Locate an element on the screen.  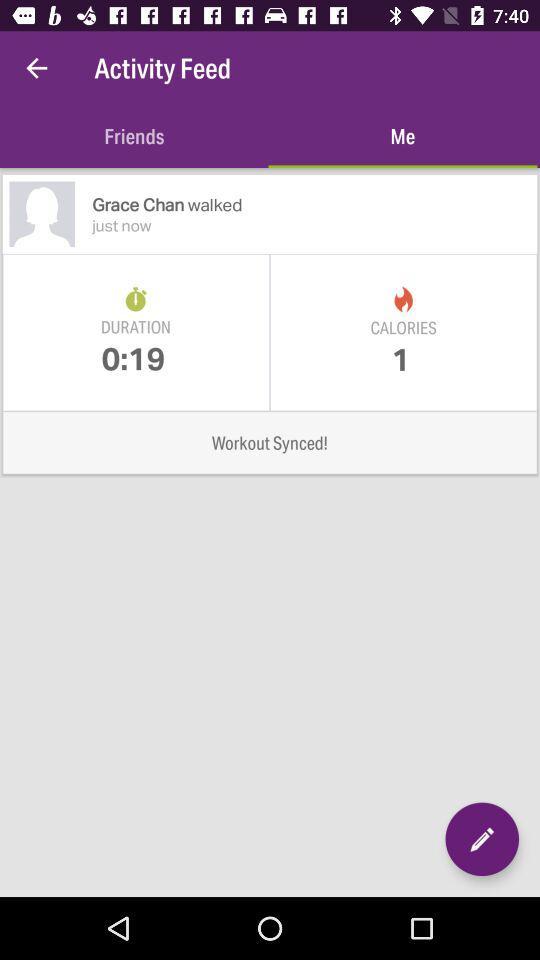
icon at the bottom right corner is located at coordinates (481, 839).